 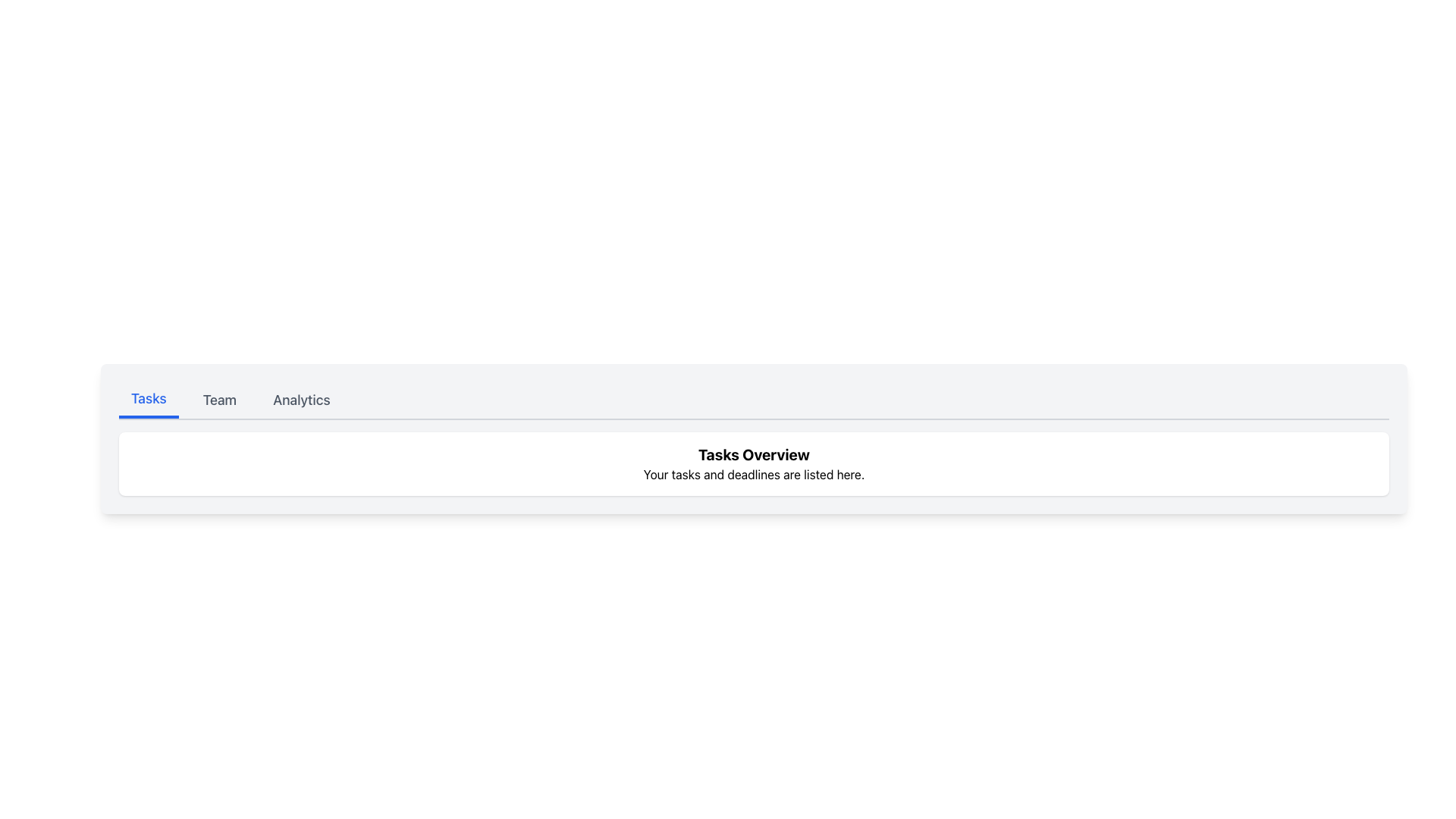 What do you see at coordinates (149, 400) in the screenshot?
I see `the first tab in the horizontal navigation bar labeled 'Tasks'` at bounding box center [149, 400].